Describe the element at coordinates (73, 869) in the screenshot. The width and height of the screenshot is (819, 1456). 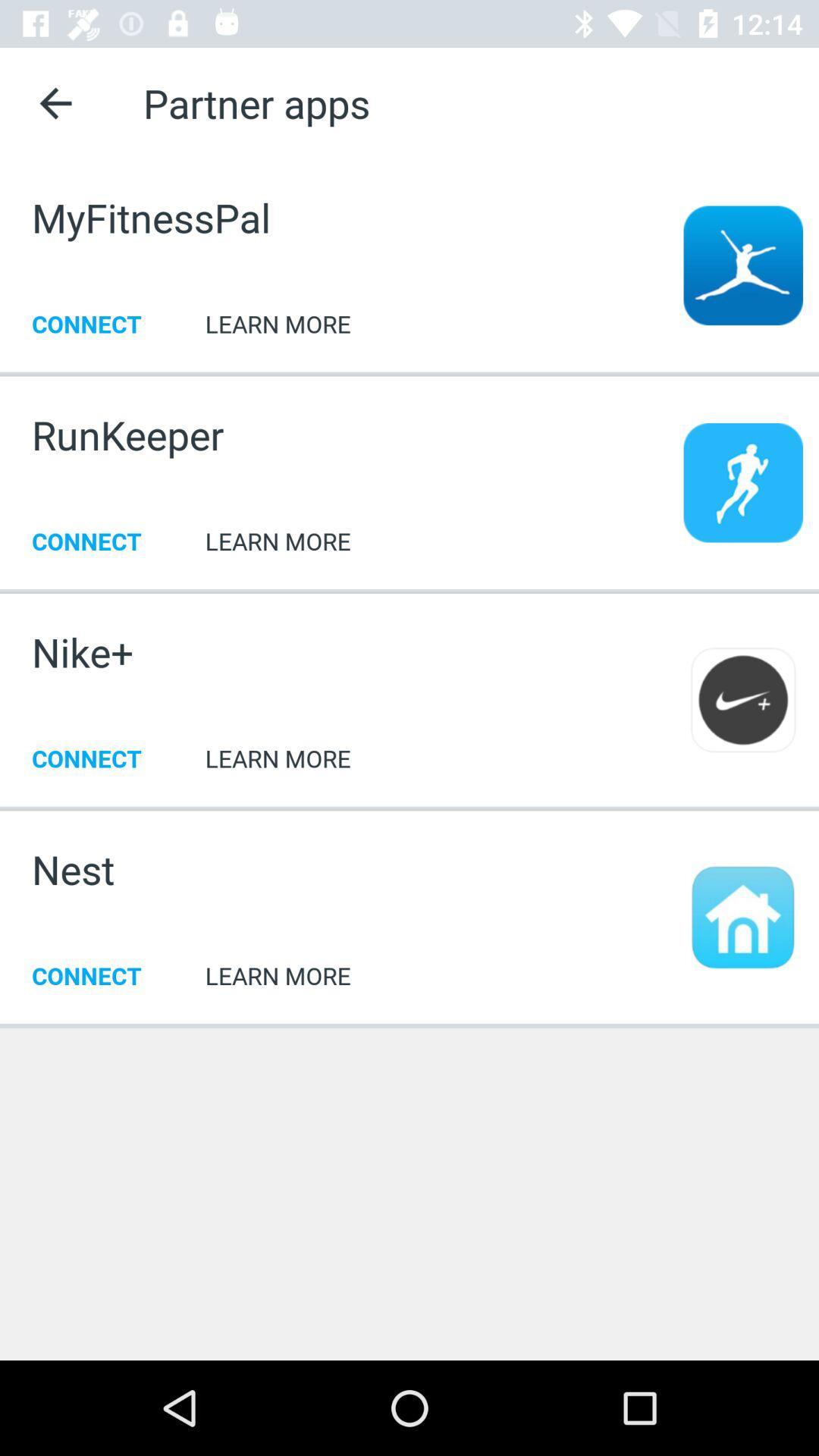
I see `the item next to the learn more item` at that location.